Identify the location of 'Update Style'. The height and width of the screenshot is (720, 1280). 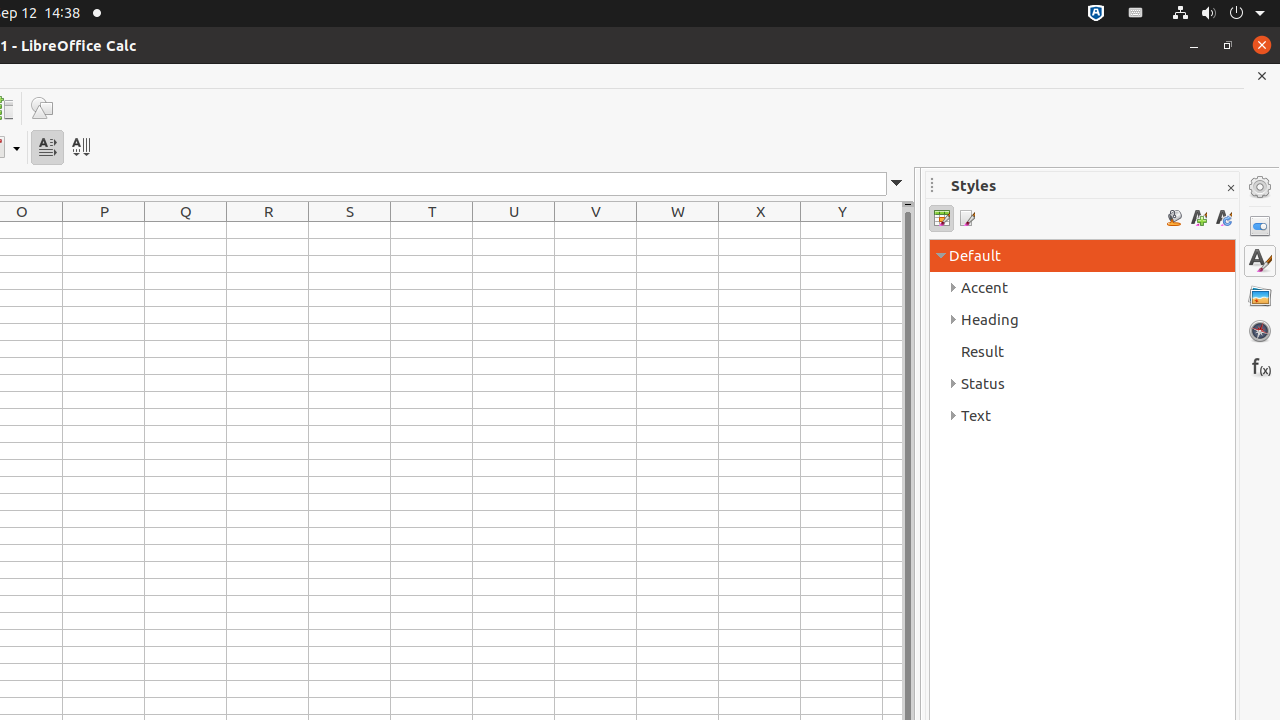
(1222, 218).